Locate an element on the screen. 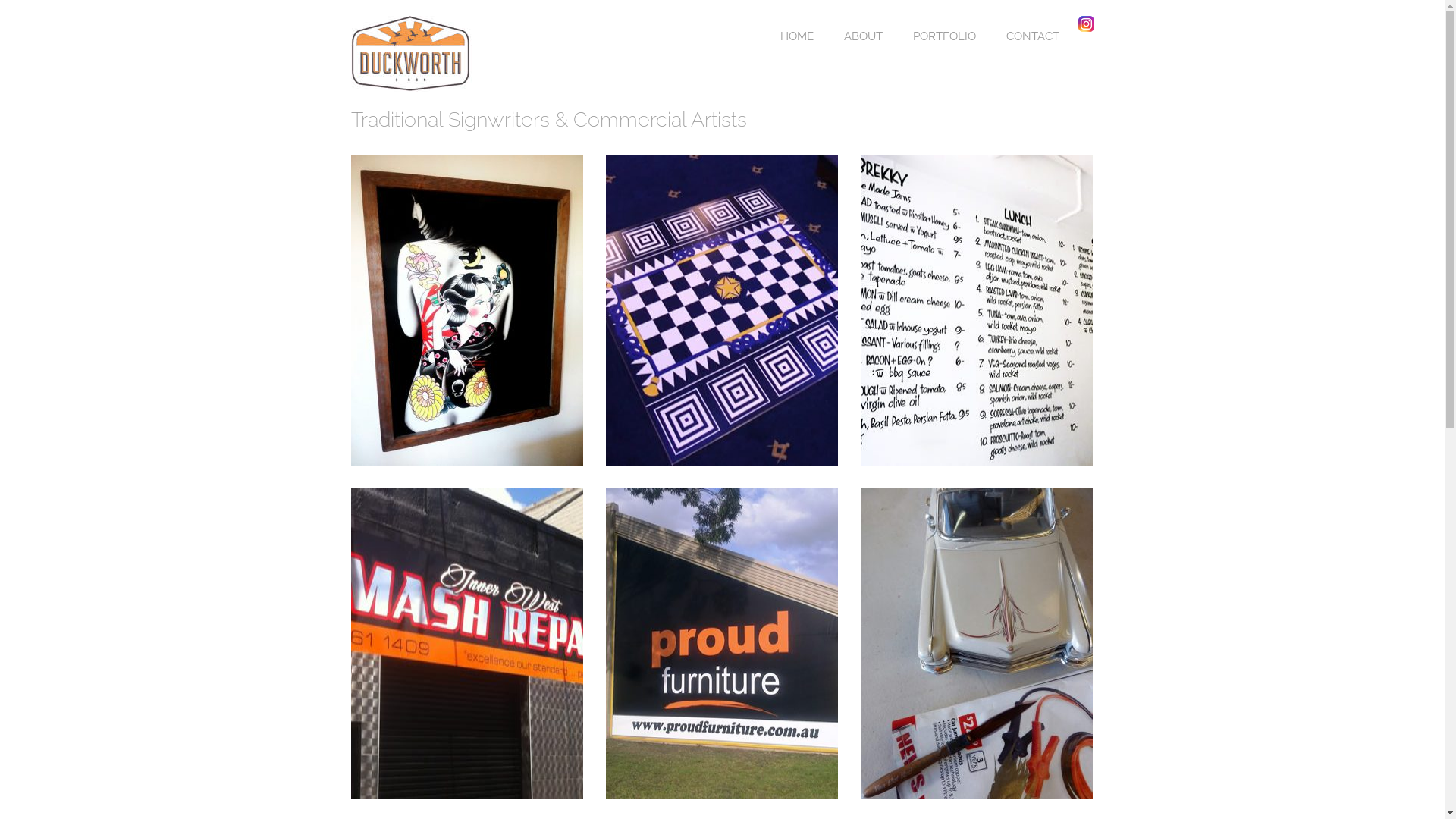 The width and height of the screenshot is (1456, 819). 'HOME' is located at coordinates (796, 36).